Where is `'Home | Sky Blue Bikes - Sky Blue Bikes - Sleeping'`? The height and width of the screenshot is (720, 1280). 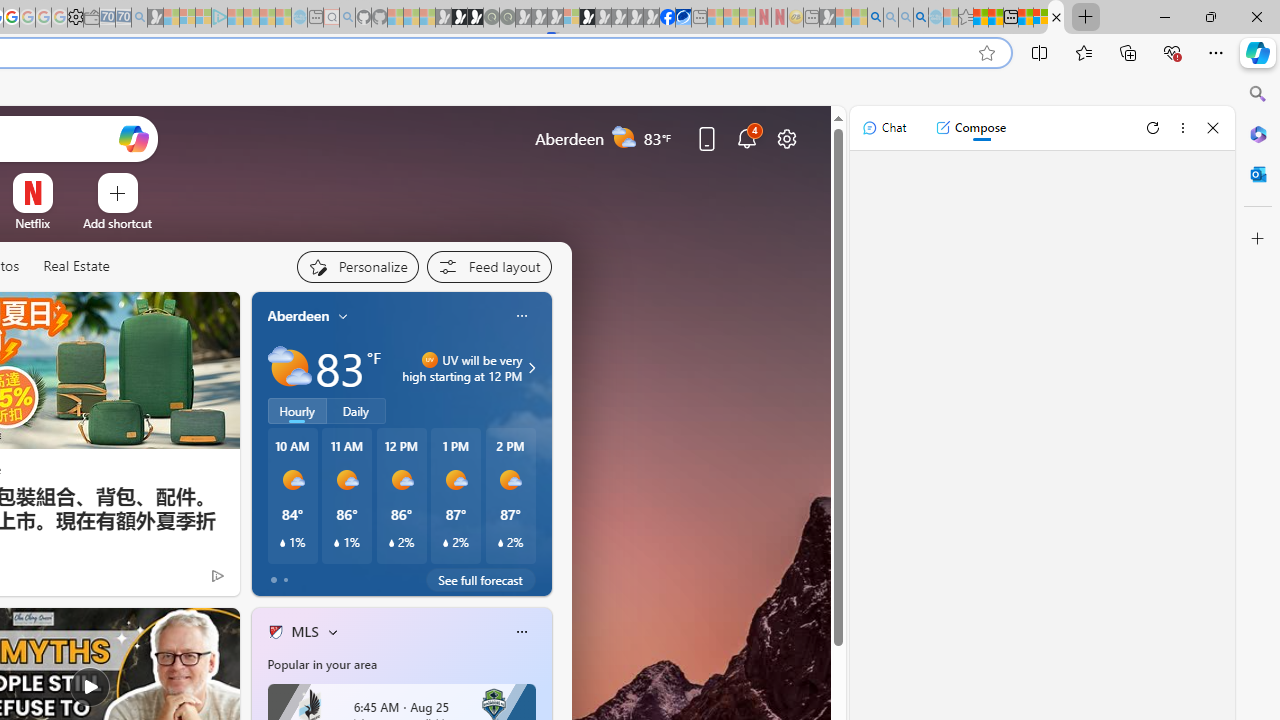 'Home | Sky Blue Bikes - Sky Blue Bikes - Sleeping' is located at coordinates (298, 17).